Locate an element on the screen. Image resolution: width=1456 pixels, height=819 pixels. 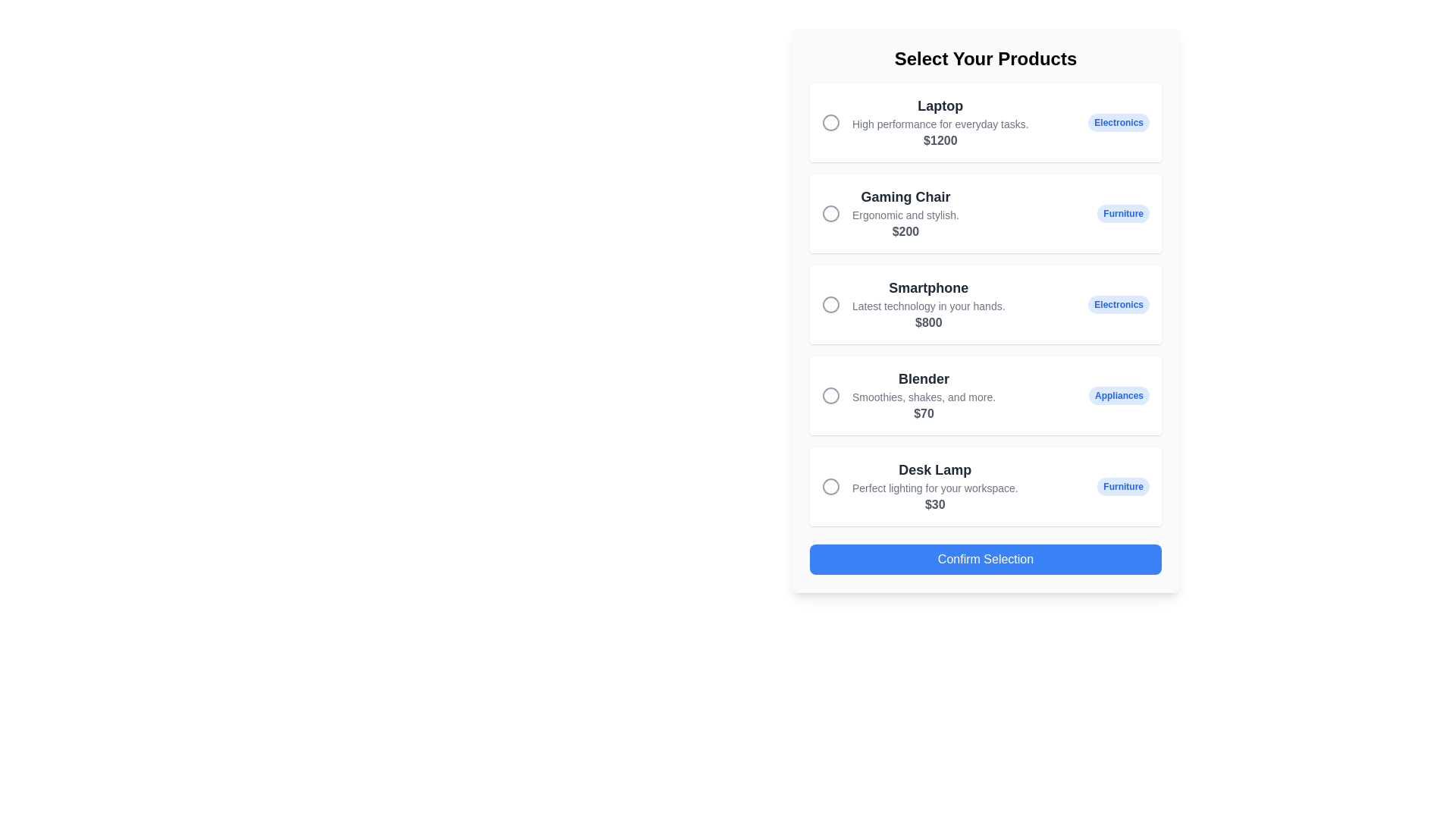
the first product description text block located near the top of the vertical list, which displays information about a product including its name, description, and price is located at coordinates (940, 122).